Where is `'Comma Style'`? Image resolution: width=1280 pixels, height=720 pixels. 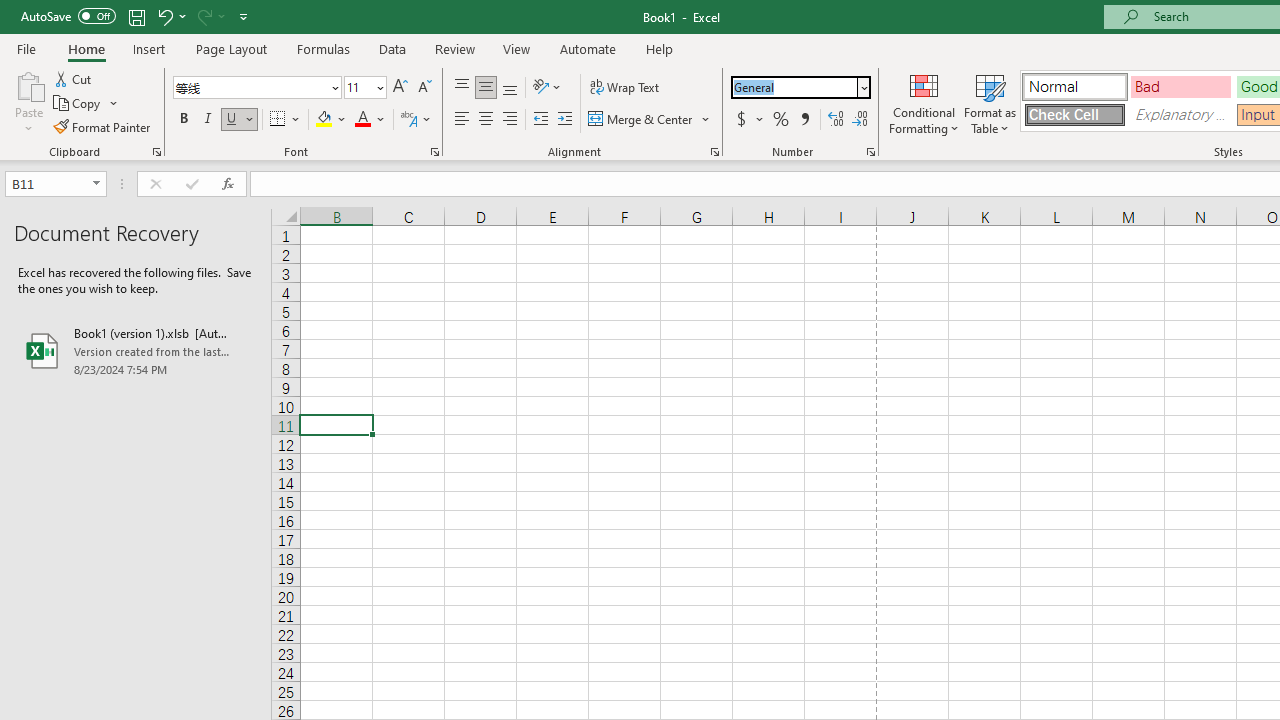 'Comma Style' is located at coordinates (805, 119).